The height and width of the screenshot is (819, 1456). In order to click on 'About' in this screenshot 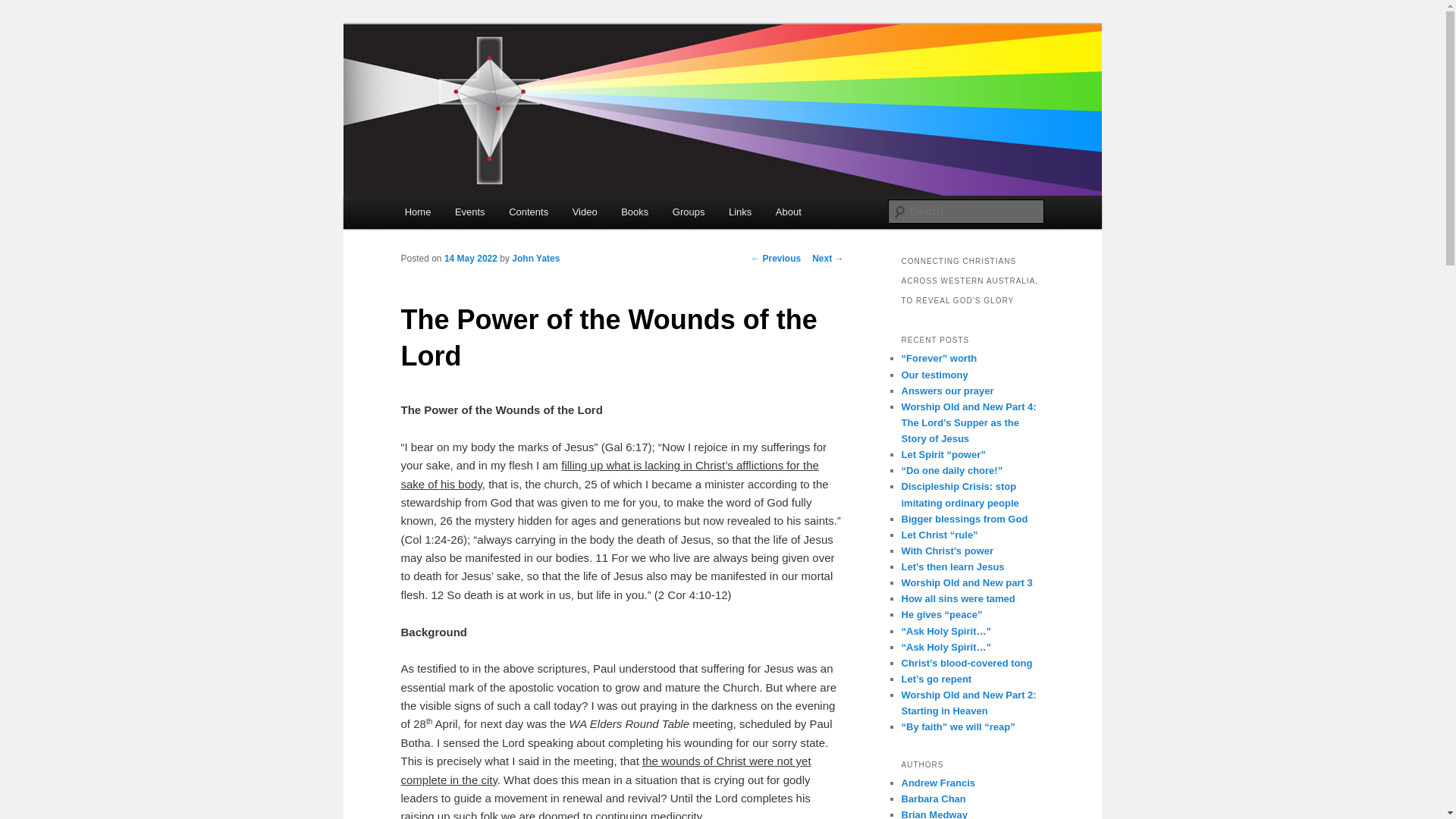, I will do `click(788, 212)`.